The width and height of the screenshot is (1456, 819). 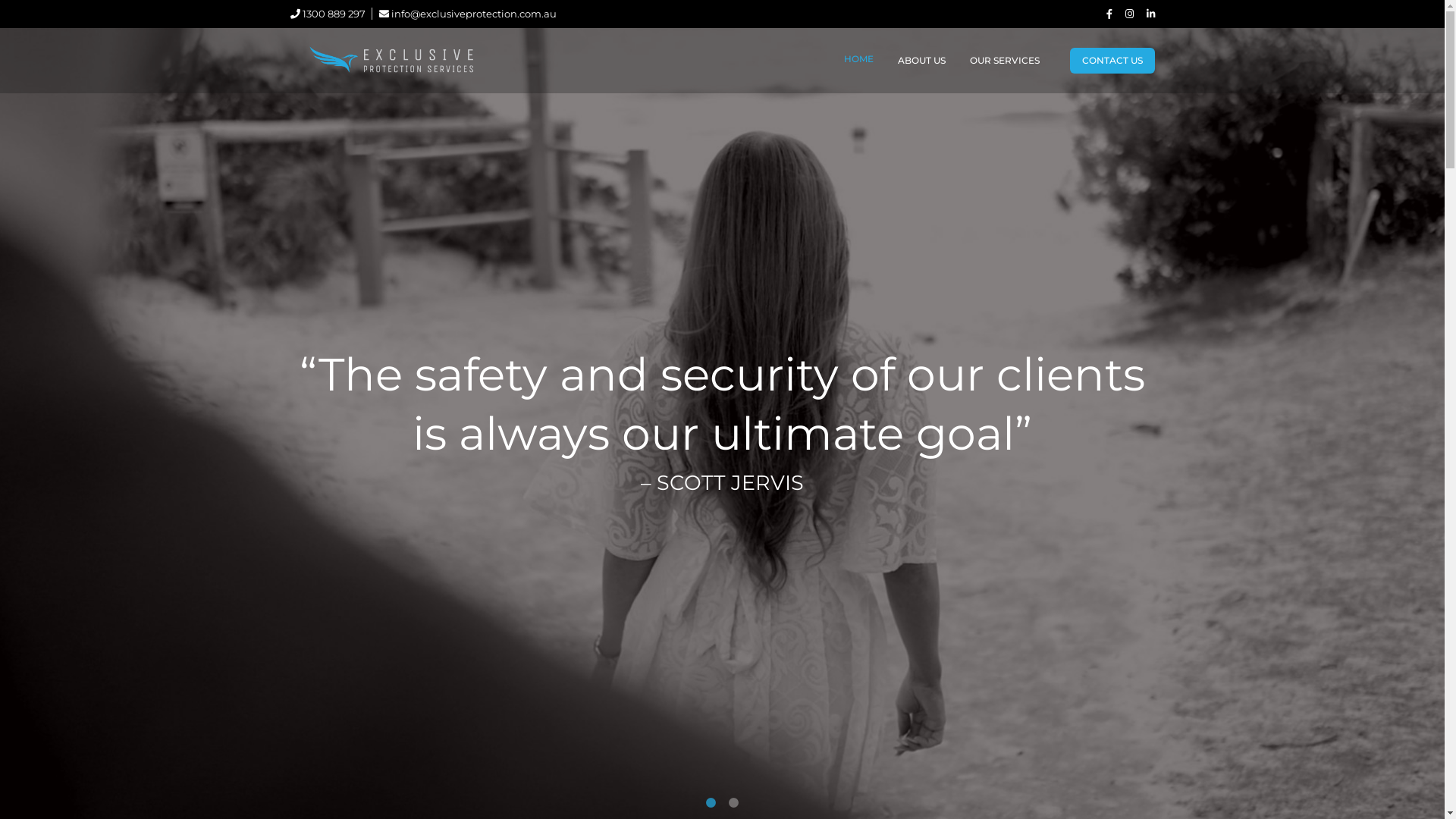 I want to click on 'CONTACT US', so click(x=1111, y=60).